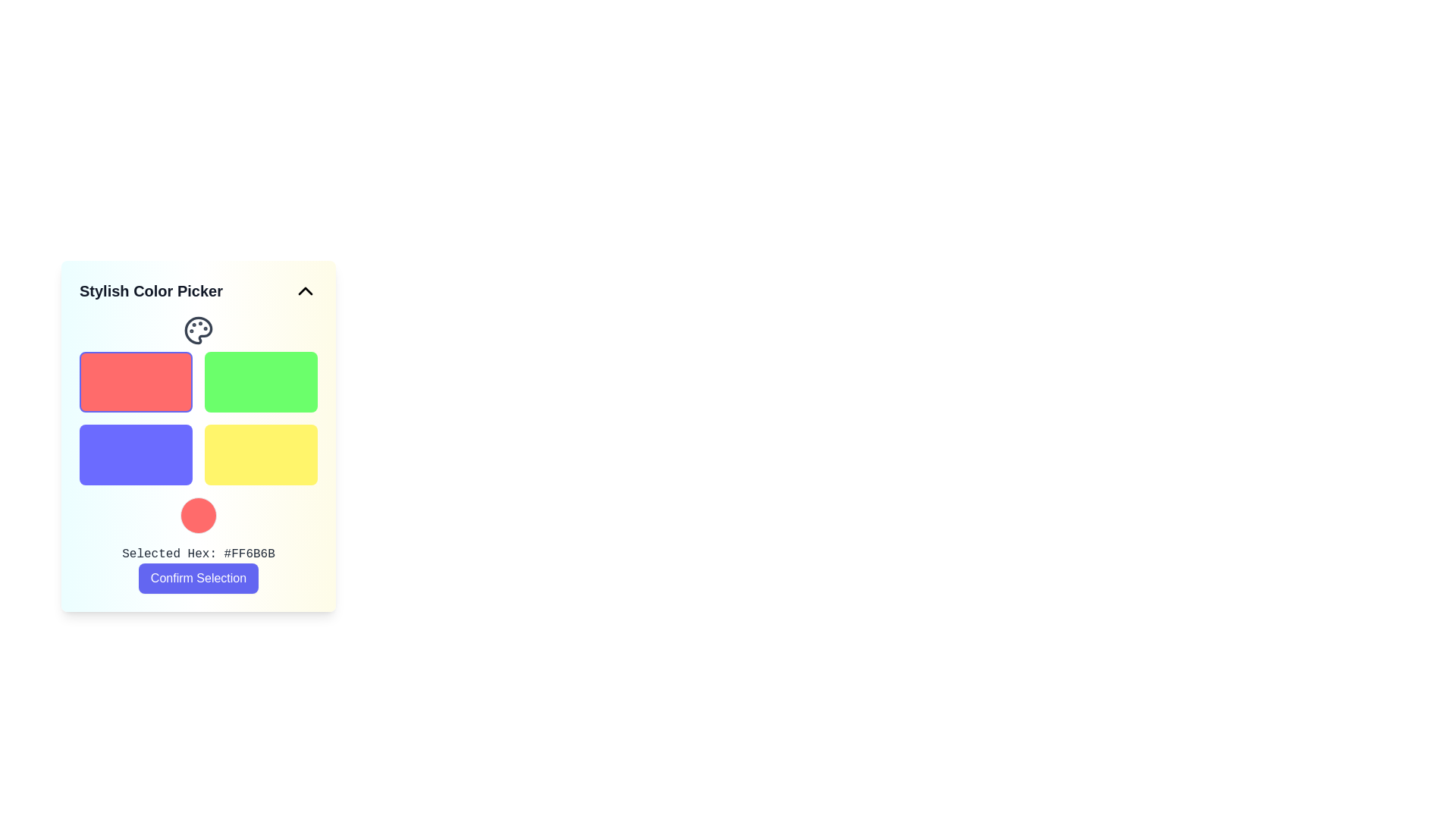  What do you see at coordinates (261, 454) in the screenshot?
I see `the interactive color option button located in the bottom-right corner of the color picker grid to trigger animations or effects` at bounding box center [261, 454].